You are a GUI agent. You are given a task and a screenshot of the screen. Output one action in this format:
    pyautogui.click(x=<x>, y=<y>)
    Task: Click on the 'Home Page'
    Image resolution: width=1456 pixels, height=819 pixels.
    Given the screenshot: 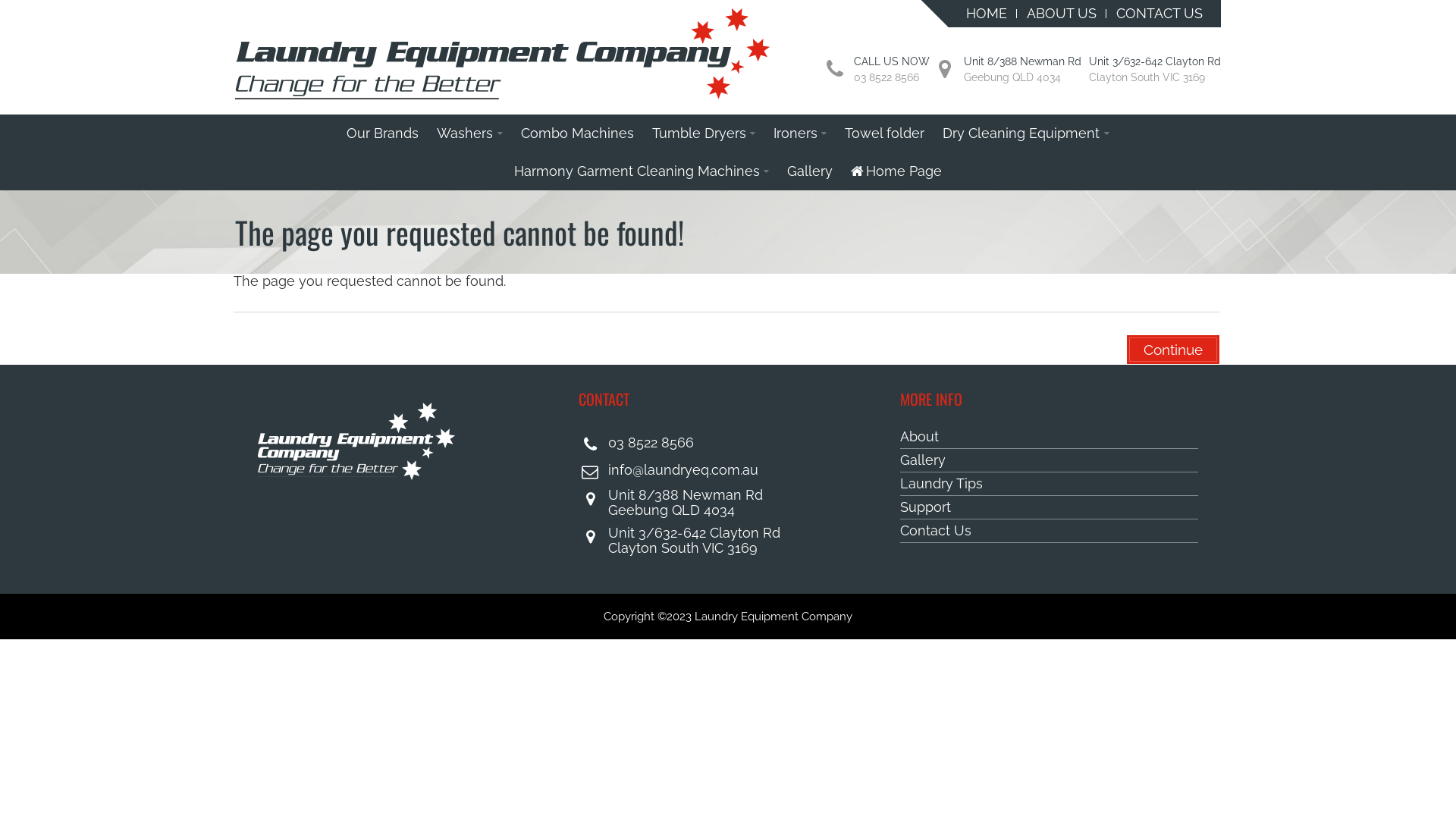 What is the action you would take?
    pyautogui.click(x=896, y=171)
    